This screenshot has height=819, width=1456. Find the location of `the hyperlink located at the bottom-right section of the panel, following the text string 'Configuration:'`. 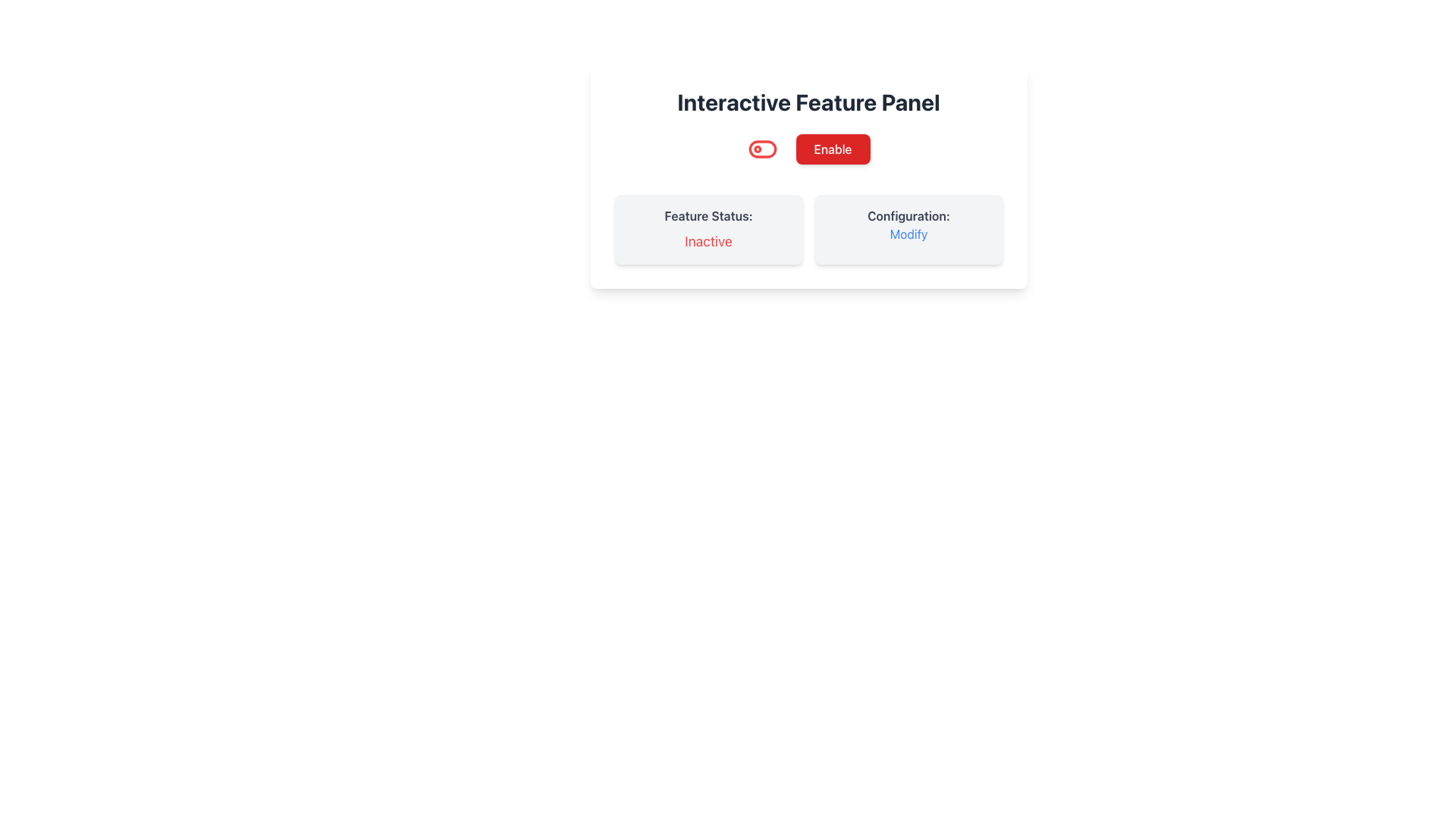

the hyperlink located at the bottom-right section of the panel, following the text string 'Configuration:' is located at coordinates (908, 234).